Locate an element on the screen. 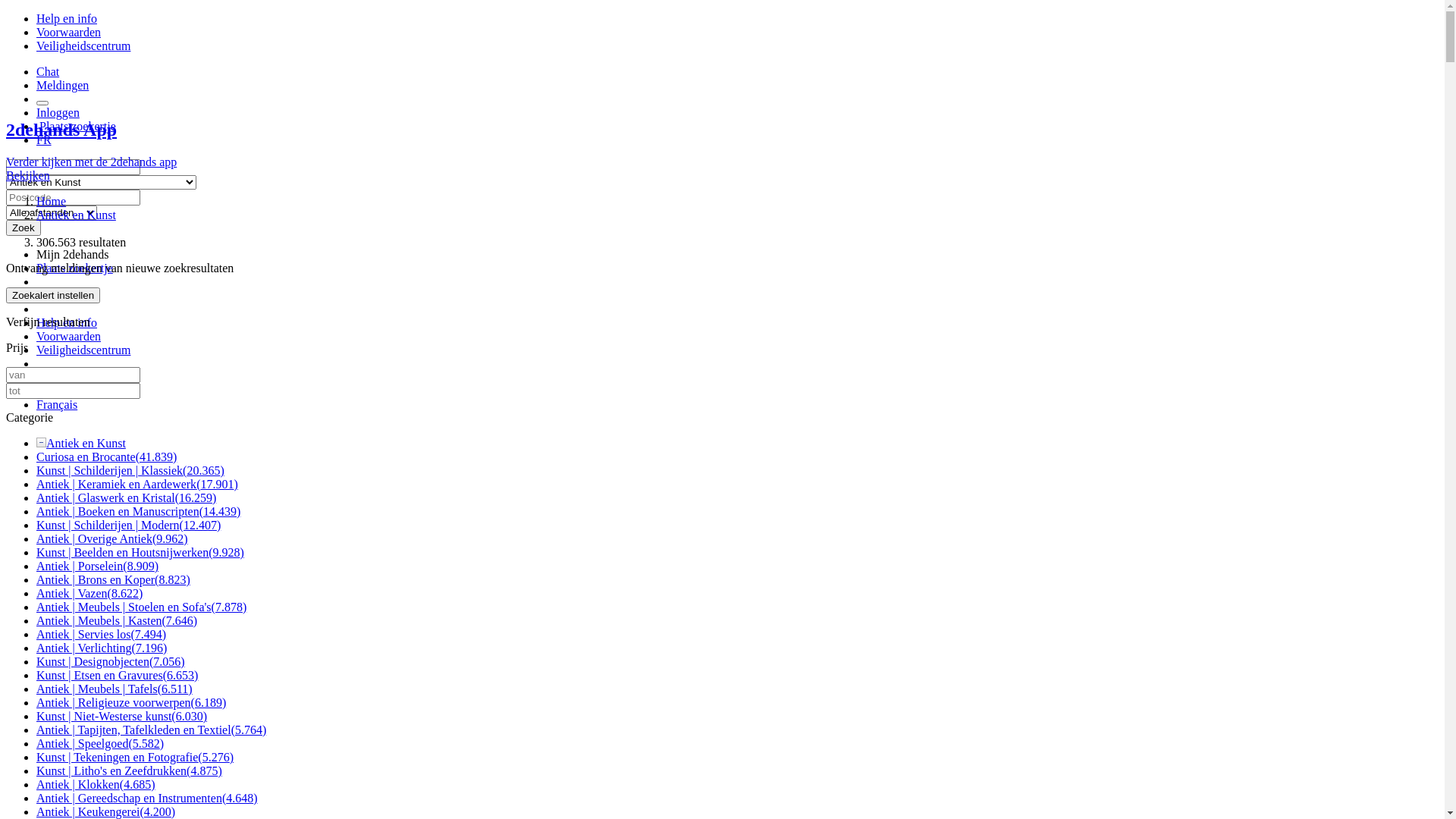 The image size is (1456, 819). 'Antiek | Speelgoed(5.582)' is located at coordinates (99, 742).